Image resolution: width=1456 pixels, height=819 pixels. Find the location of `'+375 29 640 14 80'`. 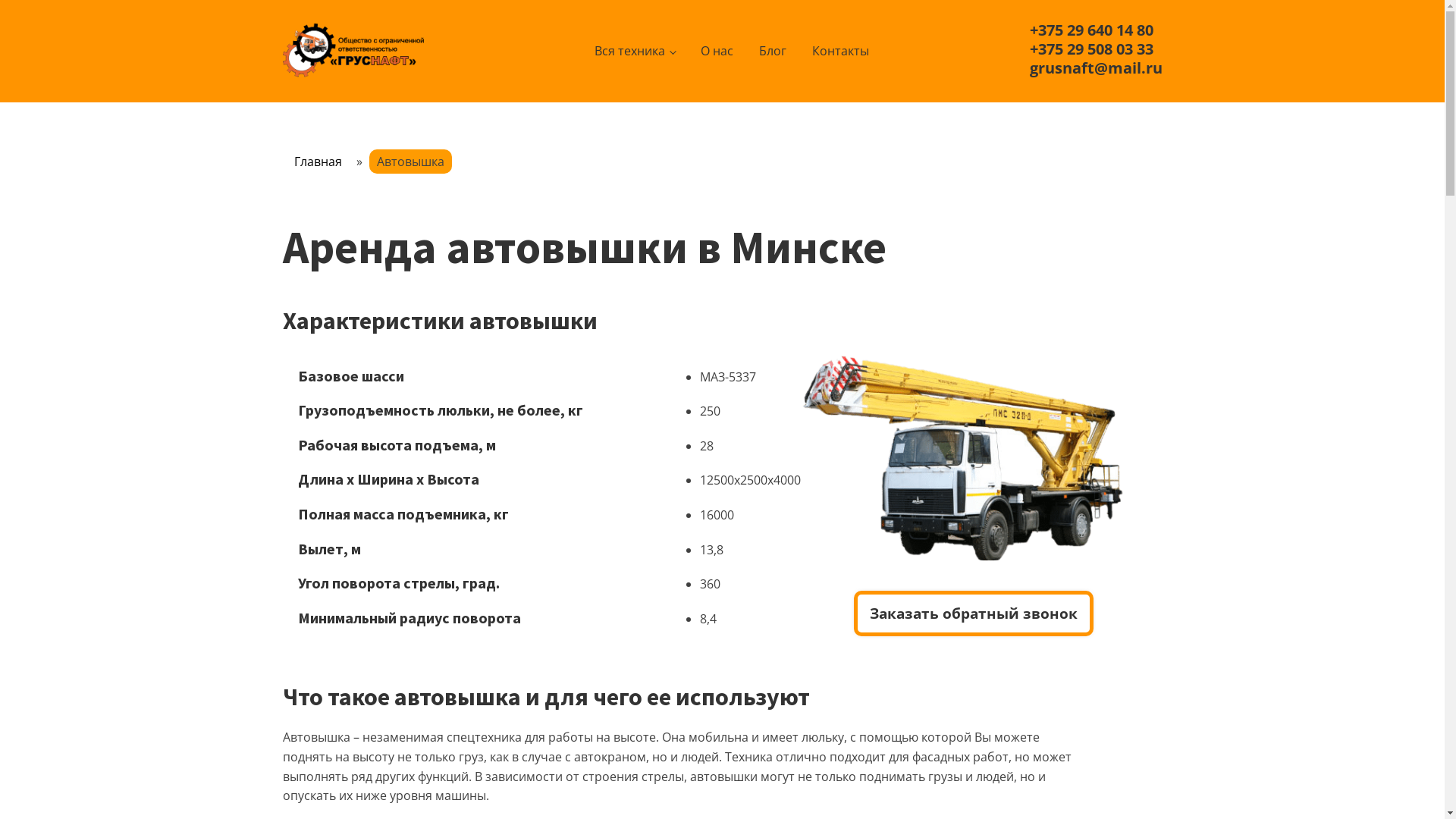

'+375 29 640 14 80' is located at coordinates (1030, 30).